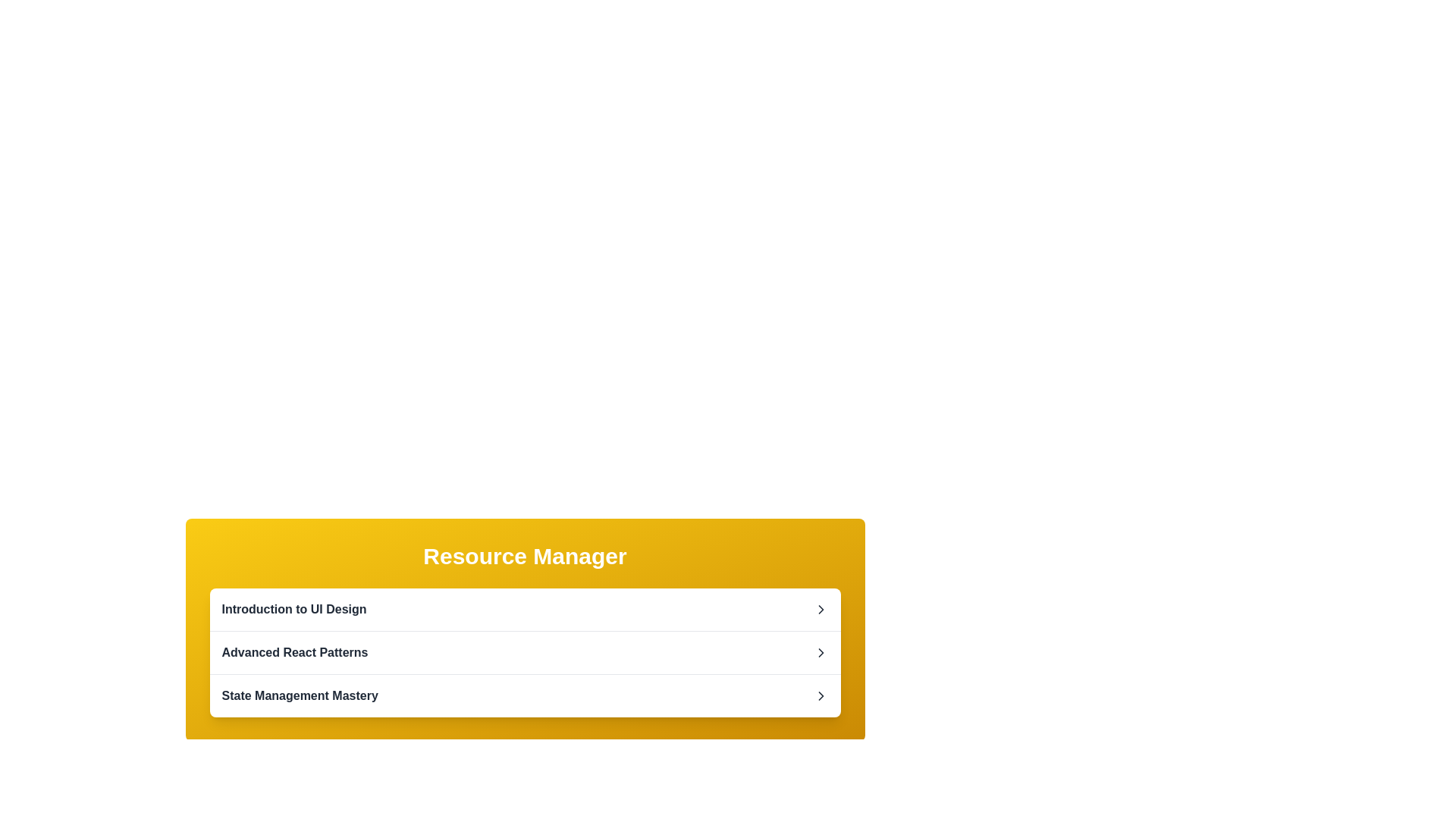  What do you see at coordinates (300, 696) in the screenshot?
I see `text label 'State Management Mastery' which is the third entry in the vertically aligned list below the 'Resource Manager' header` at bounding box center [300, 696].